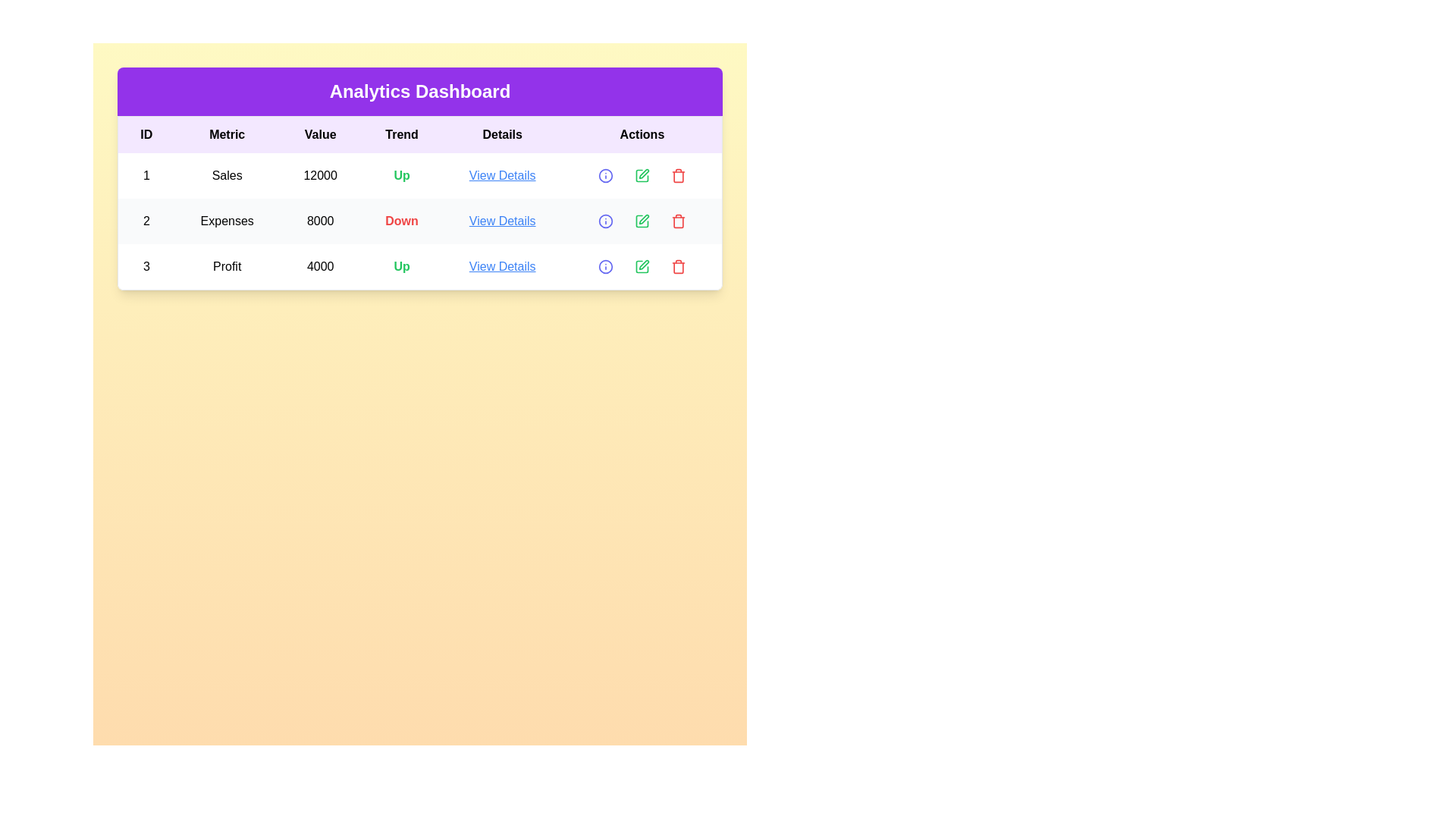 This screenshot has height=819, width=1456. I want to click on the text link located in the last entry of the table under the 'Details' column corresponding to the 'Profit' row, so click(502, 265).